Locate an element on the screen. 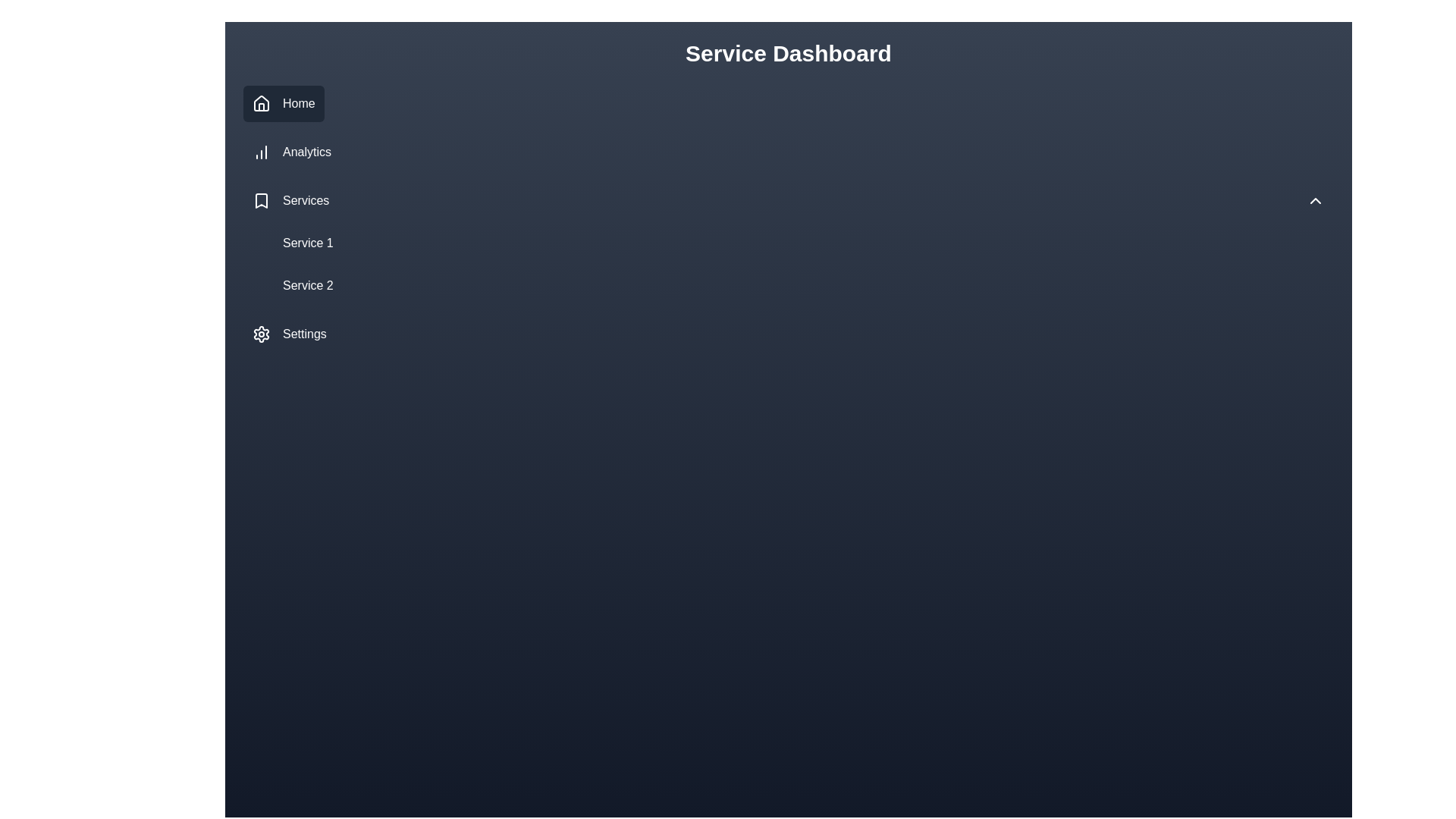  the 'Services' icon in the left vertical navigation panel is located at coordinates (262, 200).